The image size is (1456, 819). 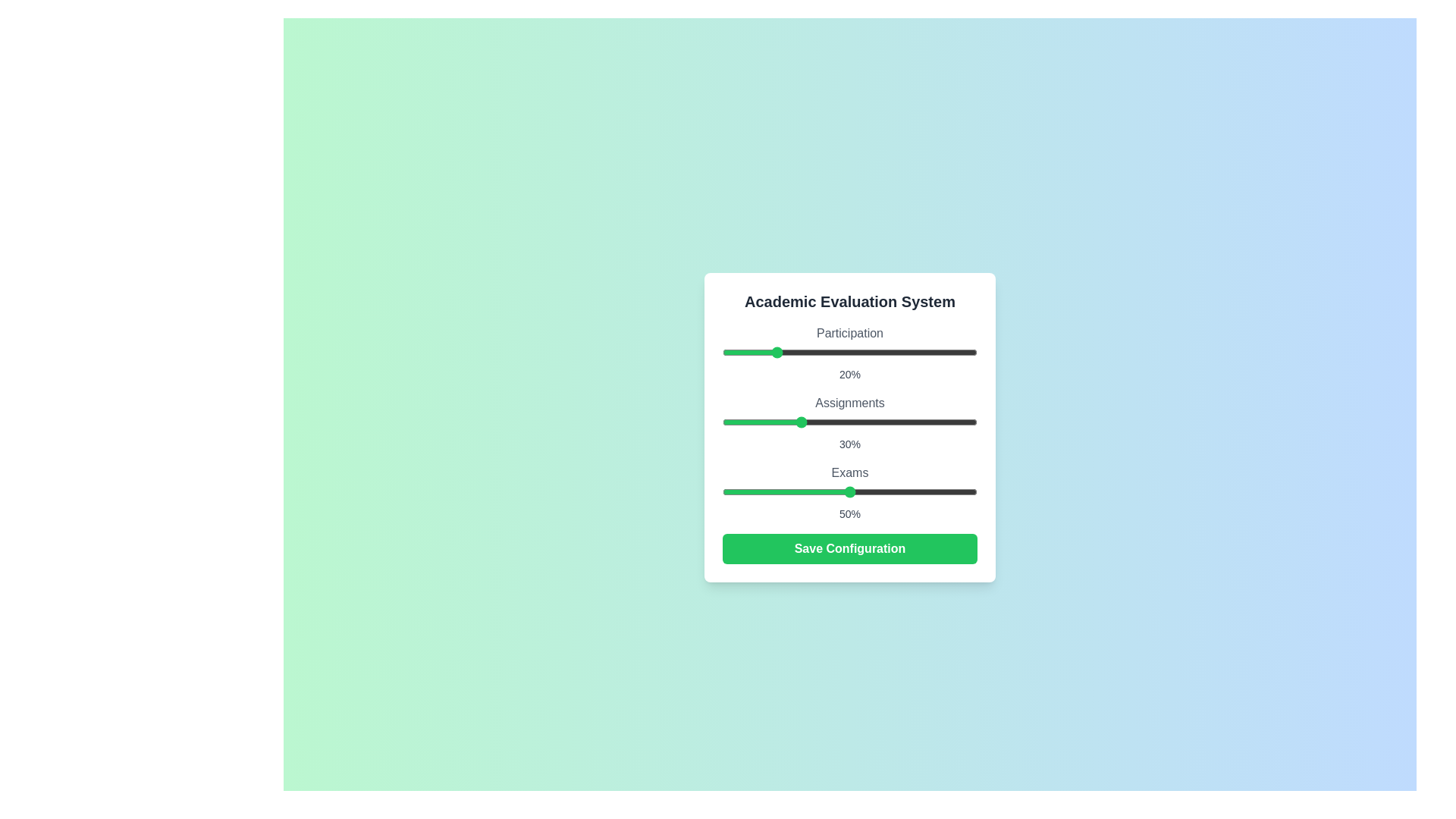 I want to click on the Save Configuration button element to observe visual feedback, so click(x=850, y=549).